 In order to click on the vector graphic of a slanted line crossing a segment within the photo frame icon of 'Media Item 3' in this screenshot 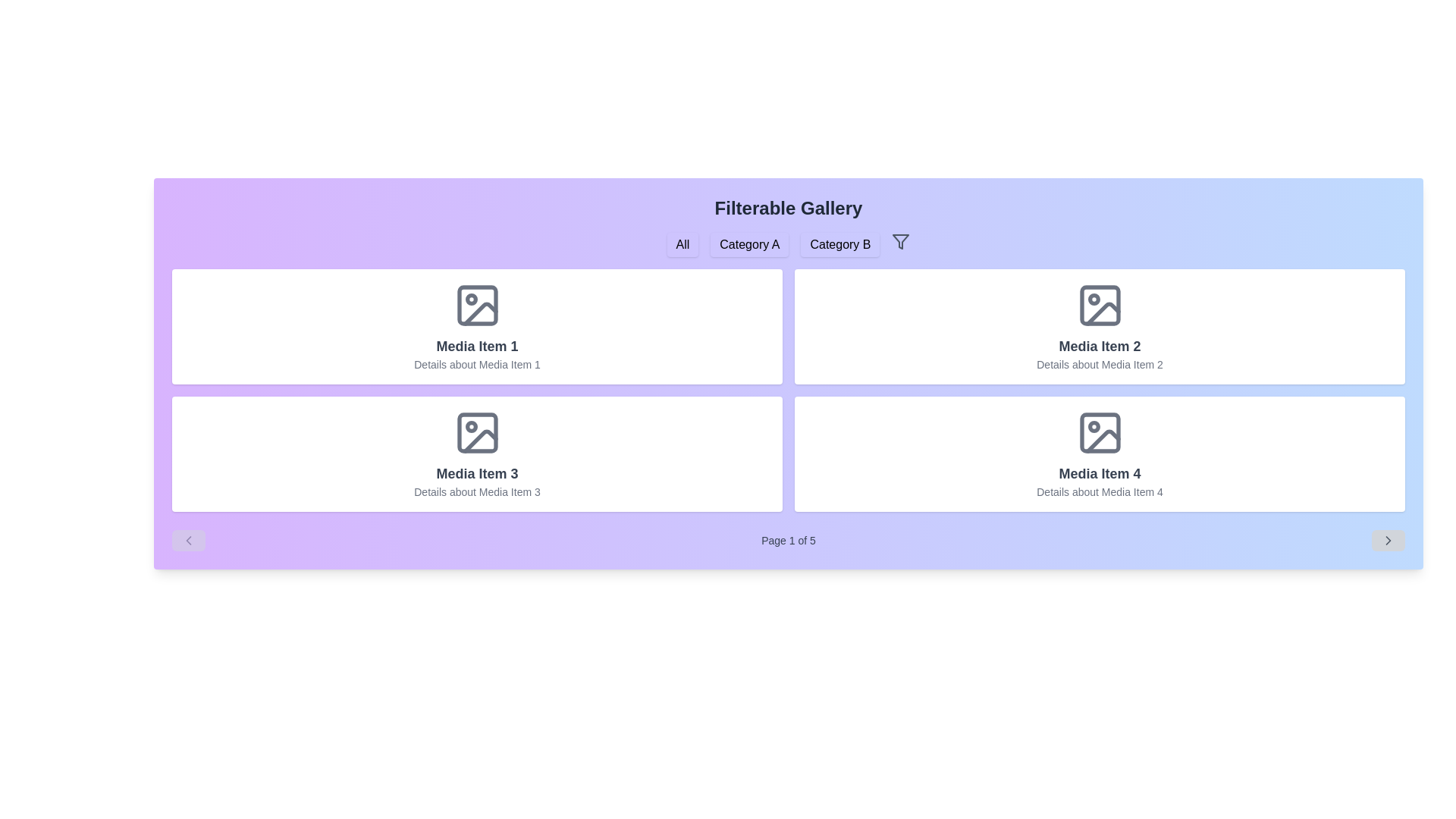, I will do `click(479, 441)`.